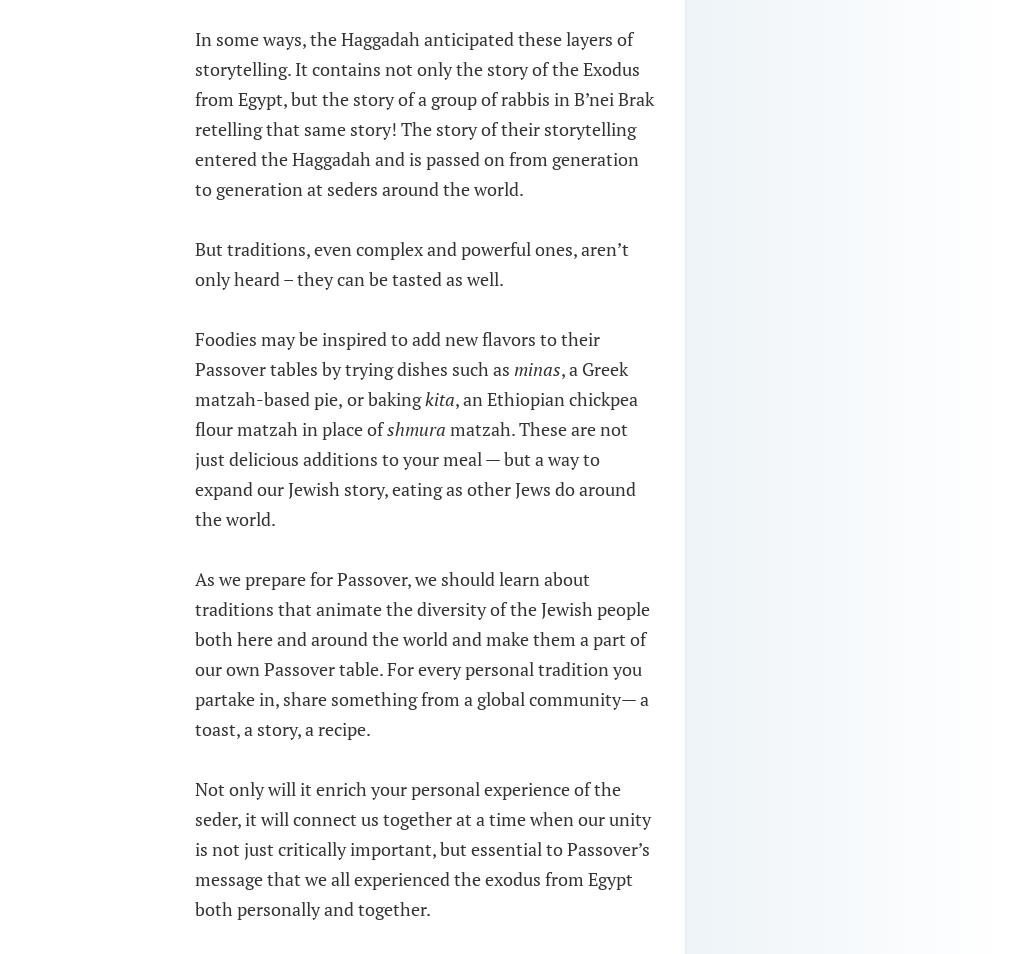 The height and width of the screenshot is (954, 1030). I want to click on 'Foodies may be inspired to add new flavors to their Passover tables by trying dishes such as', so click(397, 354).